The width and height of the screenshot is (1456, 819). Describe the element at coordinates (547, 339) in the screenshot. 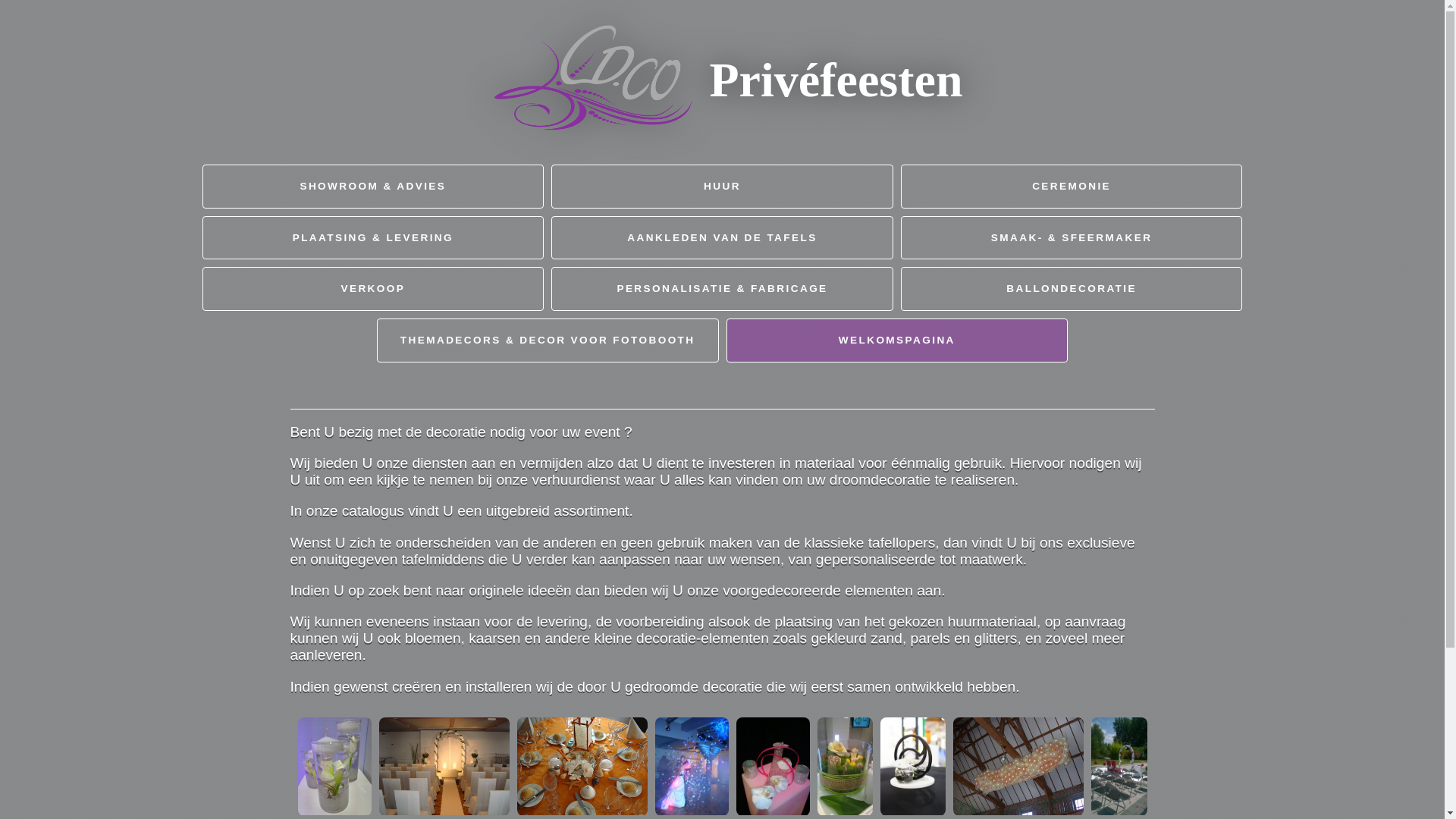

I see `'THEMADECORS & DECOR VOOR FOTOBOOTH'` at that location.